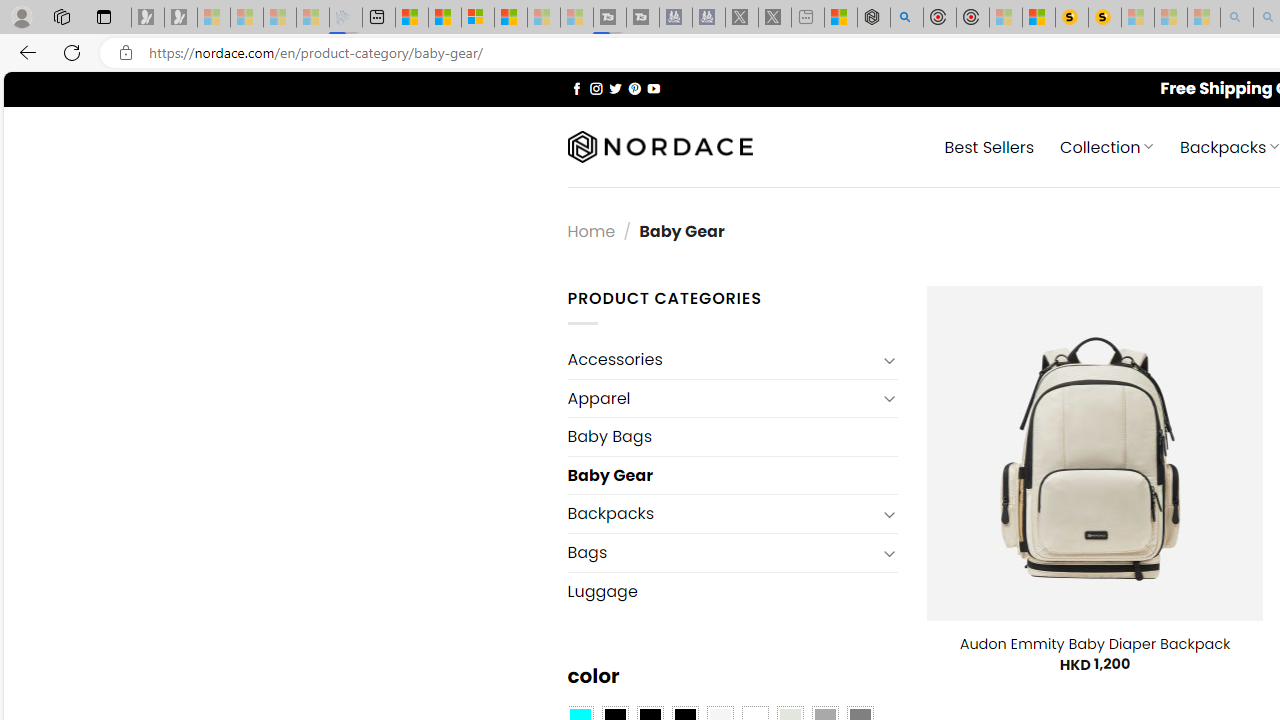 This screenshot has height=720, width=1280. I want to click on 'Baby Bags', so click(731, 436).